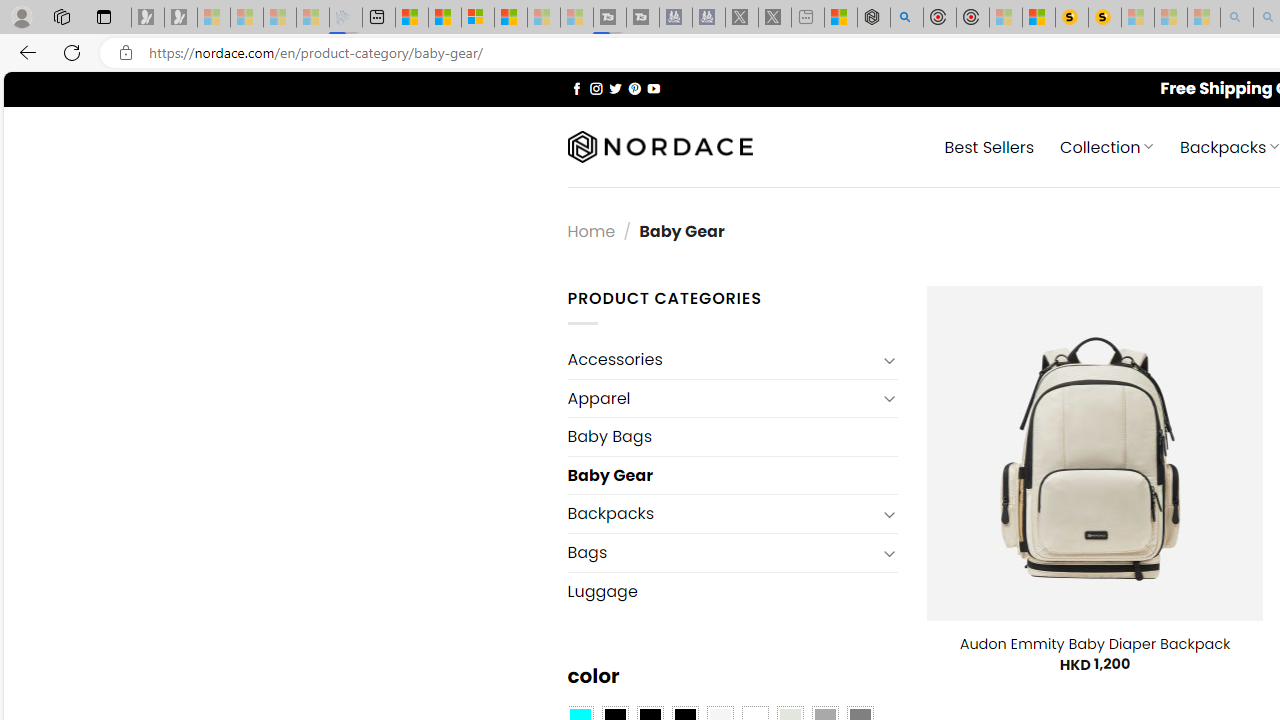 This screenshot has height=720, width=1280. I want to click on 'Baby Bags', so click(731, 436).